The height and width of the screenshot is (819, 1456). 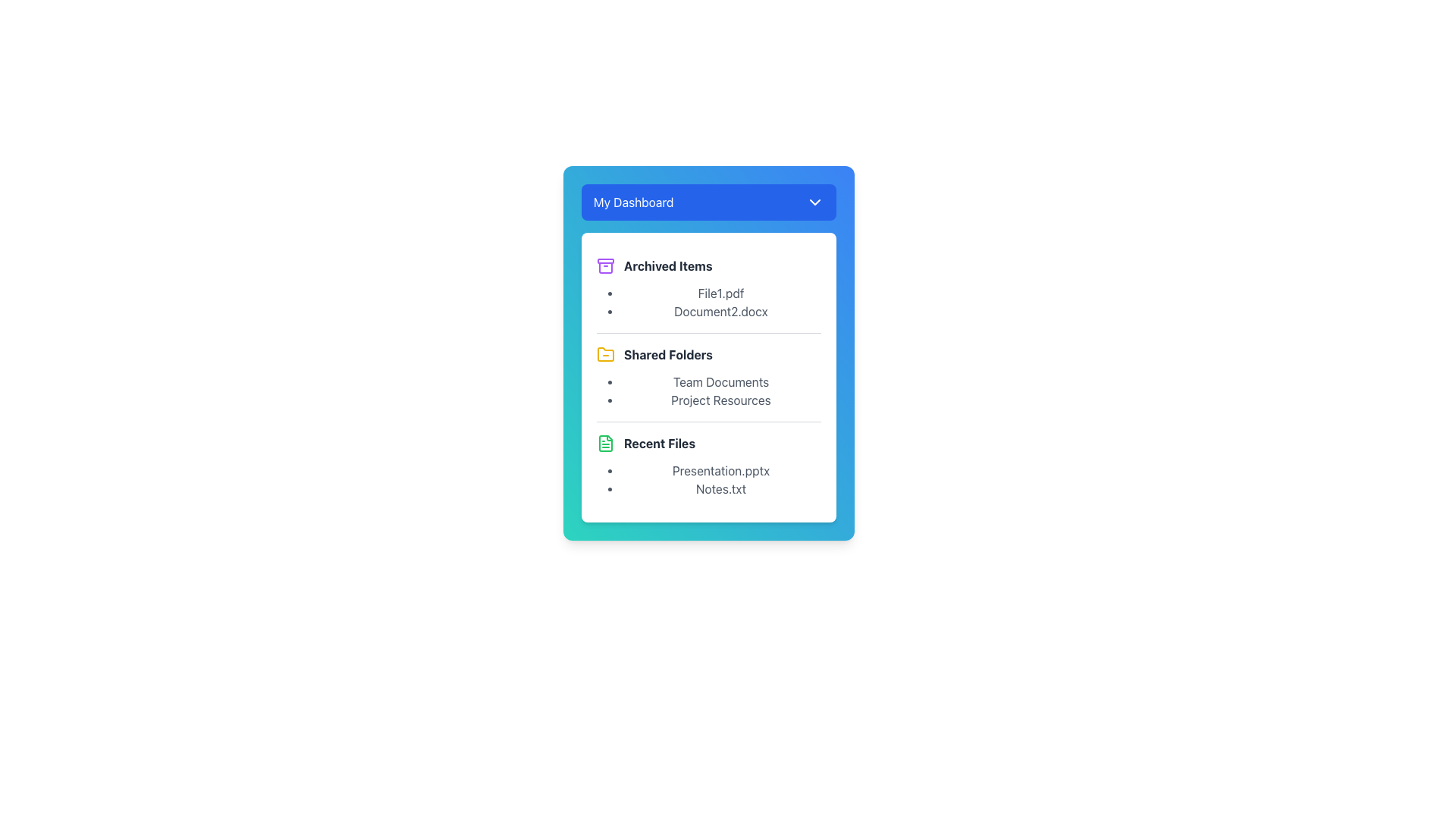 What do you see at coordinates (708, 391) in the screenshot?
I see `items in the Bulleted List containing 'Team Documents' and 'Project Resources', which is positioned below the 'Shared Folders' header` at bounding box center [708, 391].